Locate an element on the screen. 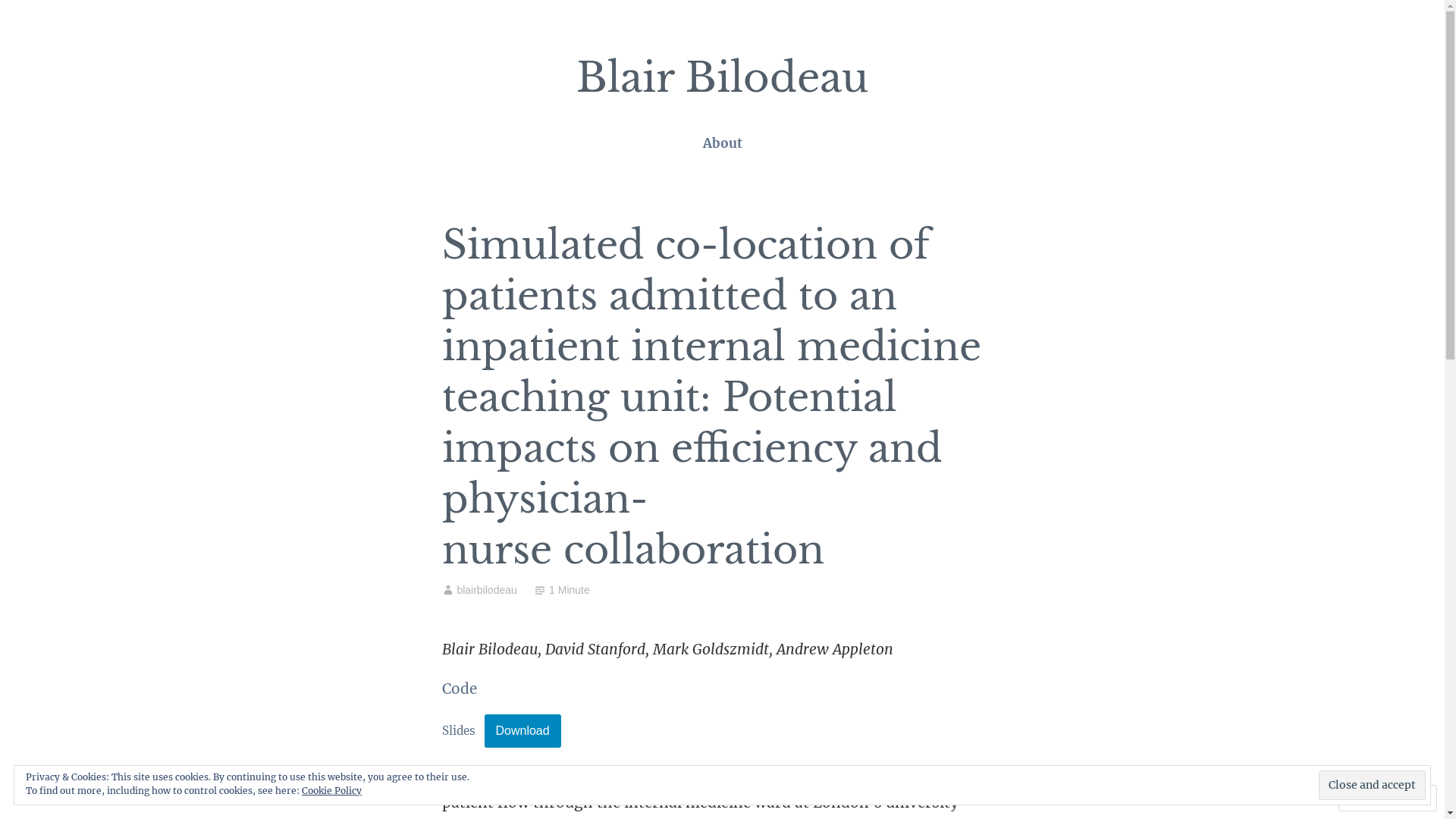 The image size is (1456, 819). 'Code' is located at coordinates (457, 688).